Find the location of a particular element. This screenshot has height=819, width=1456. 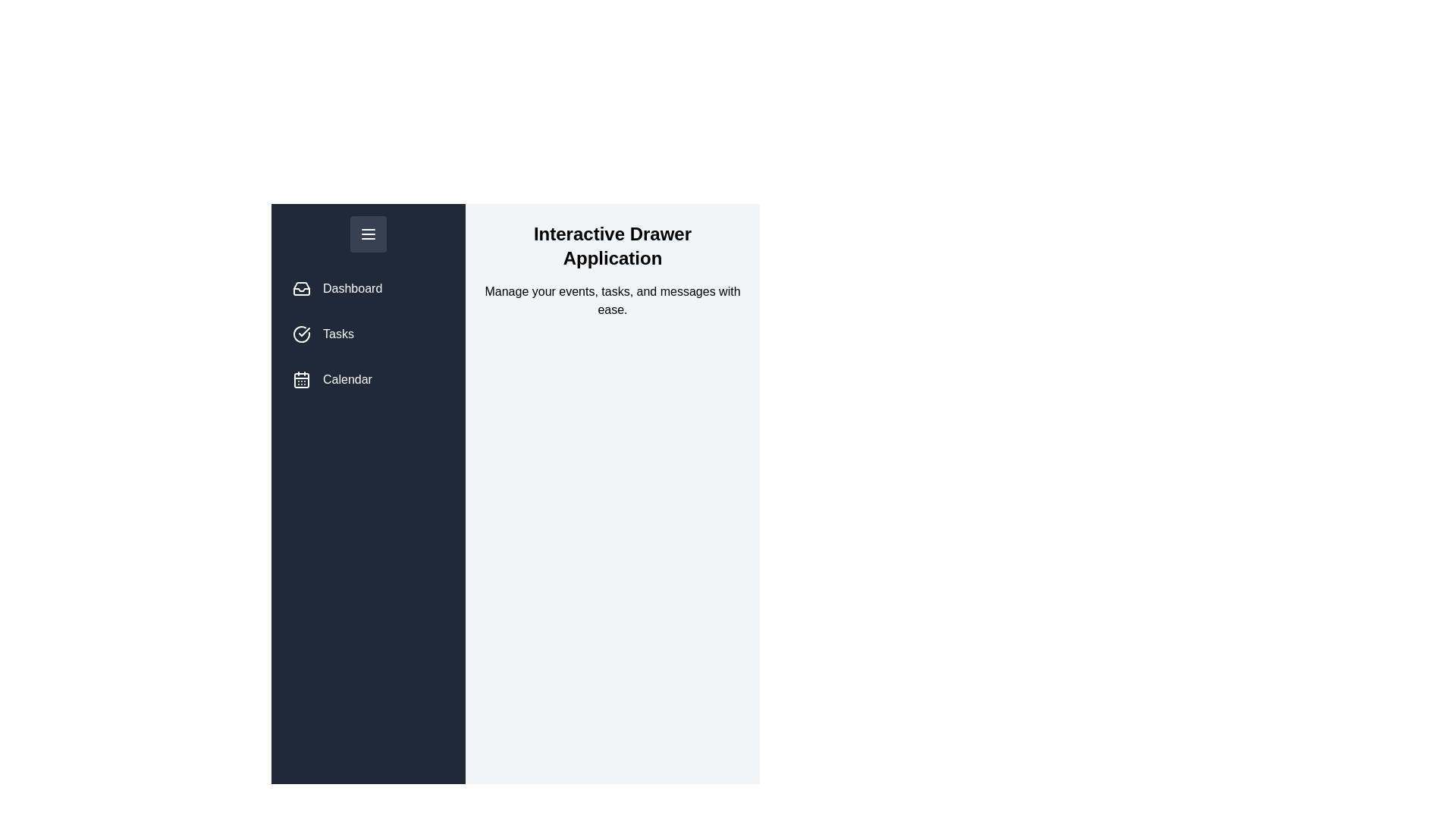

the 'Calendar' navigation item, which is the third item in the vertical sidebar is located at coordinates (368, 379).